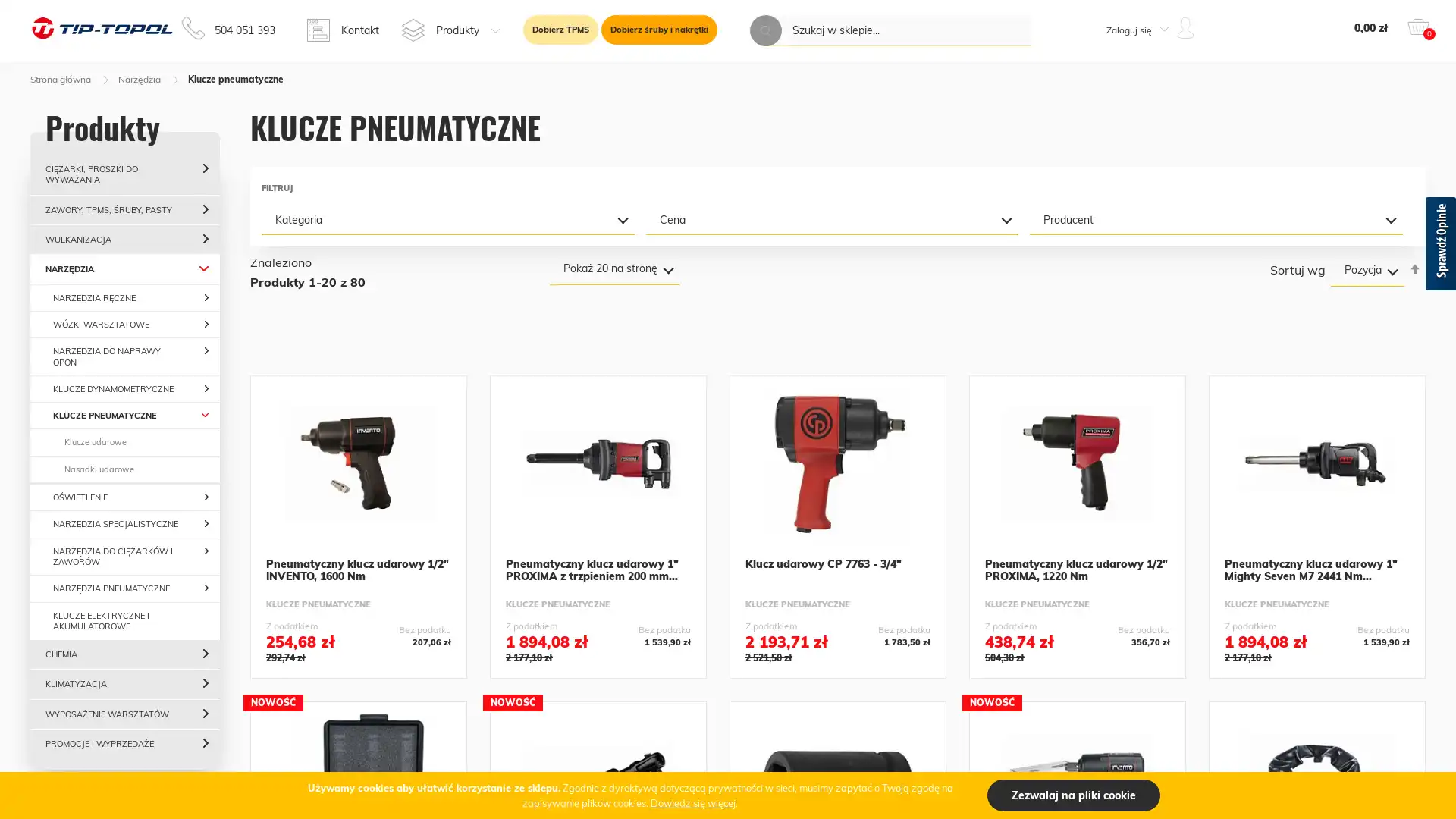 The width and height of the screenshot is (1456, 819). What do you see at coordinates (358, 657) in the screenshot?
I see `Dodaj do koszyka` at bounding box center [358, 657].